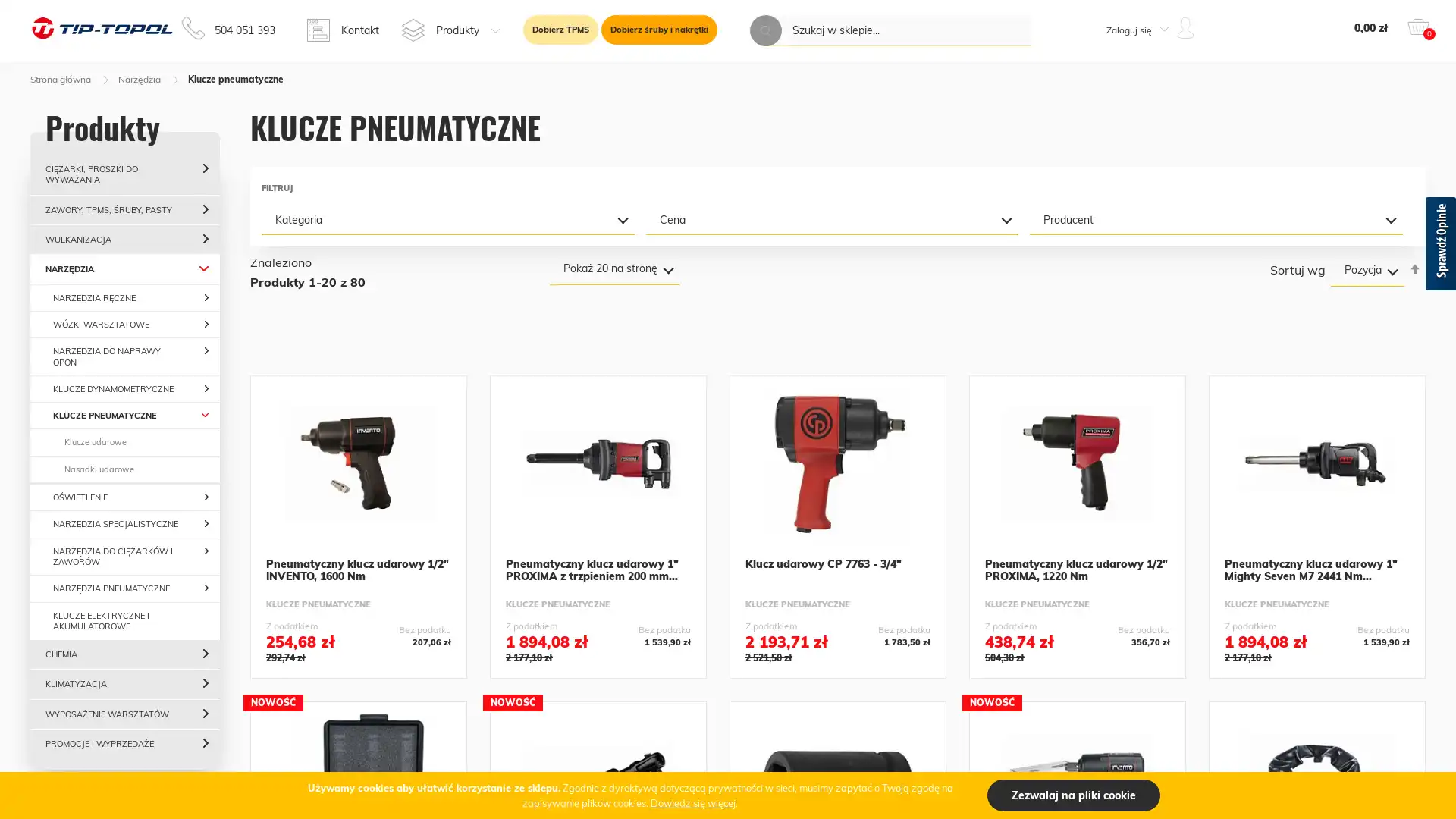 The width and height of the screenshot is (1456, 819). What do you see at coordinates (358, 657) in the screenshot?
I see `Dodaj do koszyka` at bounding box center [358, 657].